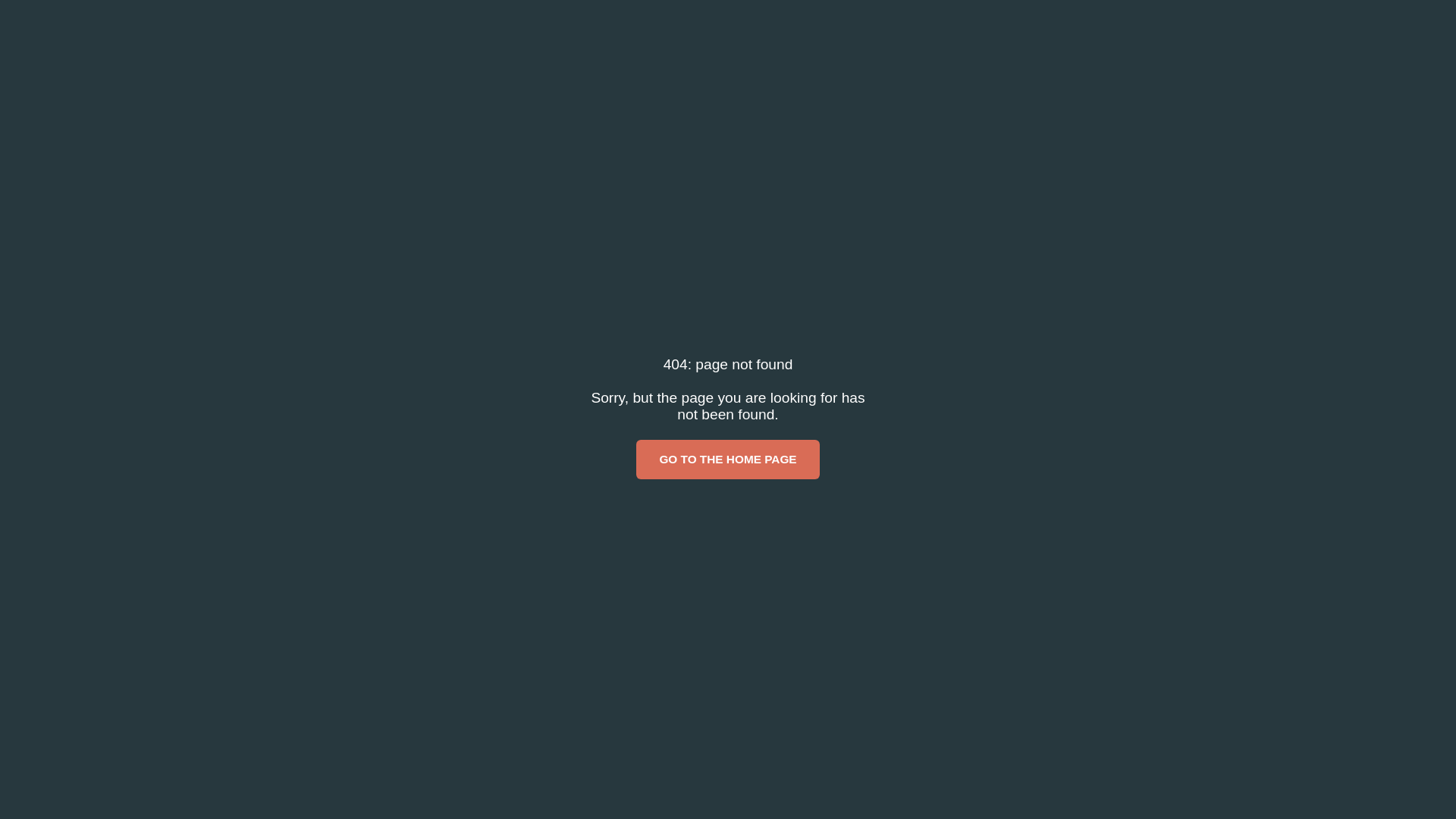  What do you see at coordinates (728, 458) in the screenshot?
I see `'GO TO THE HOME PAGE'` at bounding box center [728, 458].